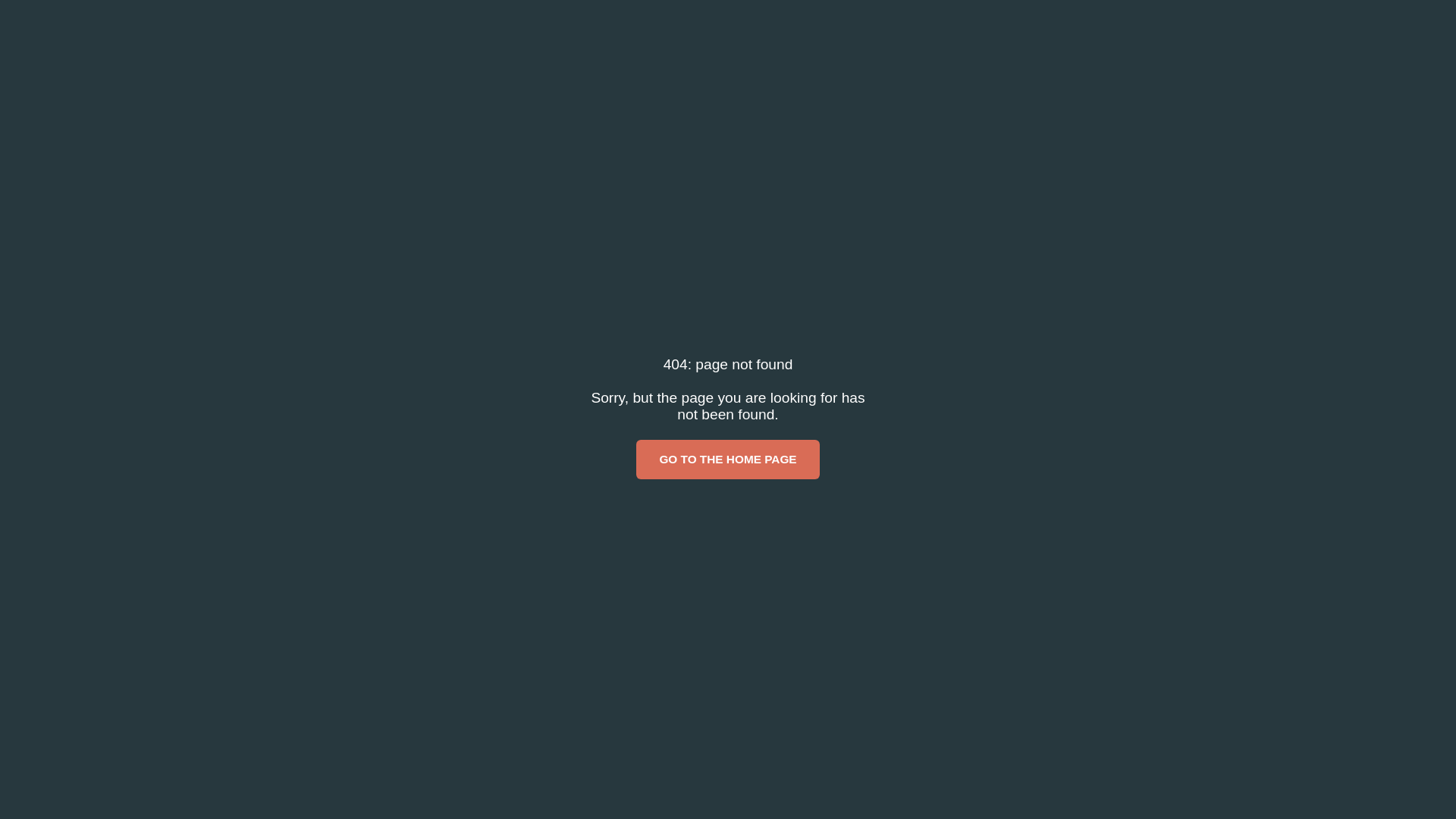  What do you see at coordinates (728, 458) in the screenshot?
I see `'GO TO THE HOME PAGE'` at bounding box center [728, 458].